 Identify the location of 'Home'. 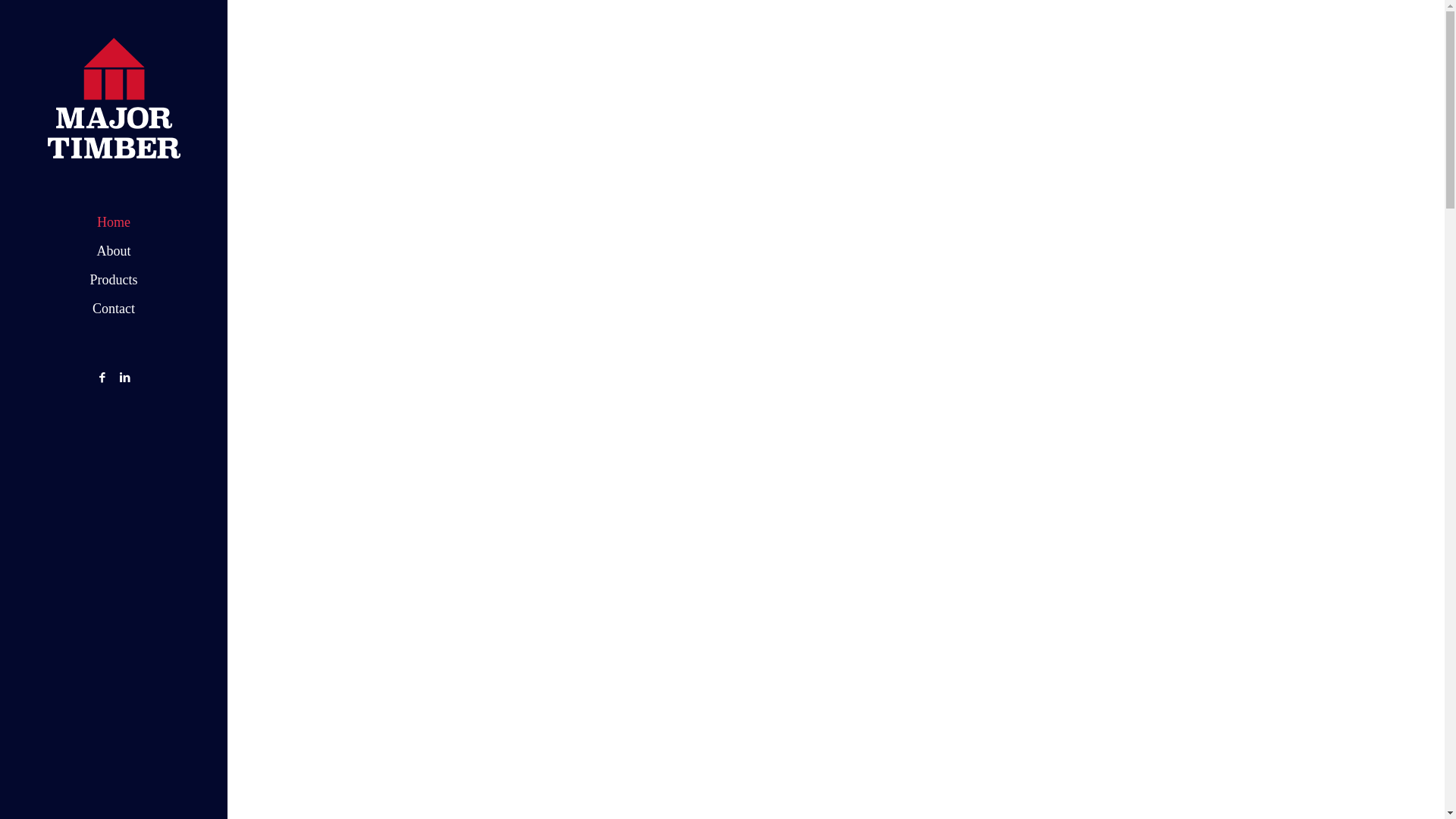
(112, 222).